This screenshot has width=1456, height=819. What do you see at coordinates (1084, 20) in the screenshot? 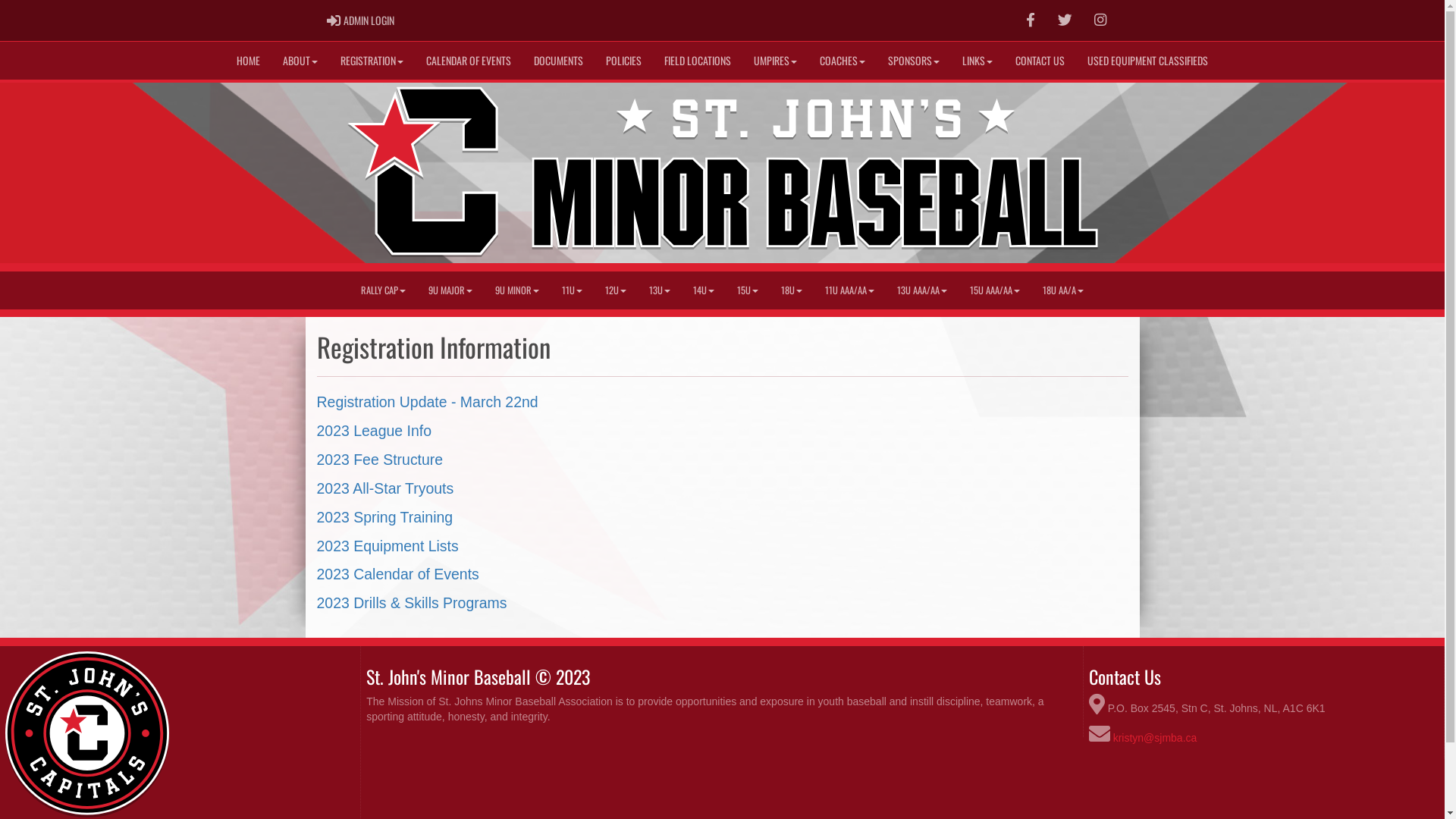
I see `'Instagram'` at bounding box center [1084, 20].